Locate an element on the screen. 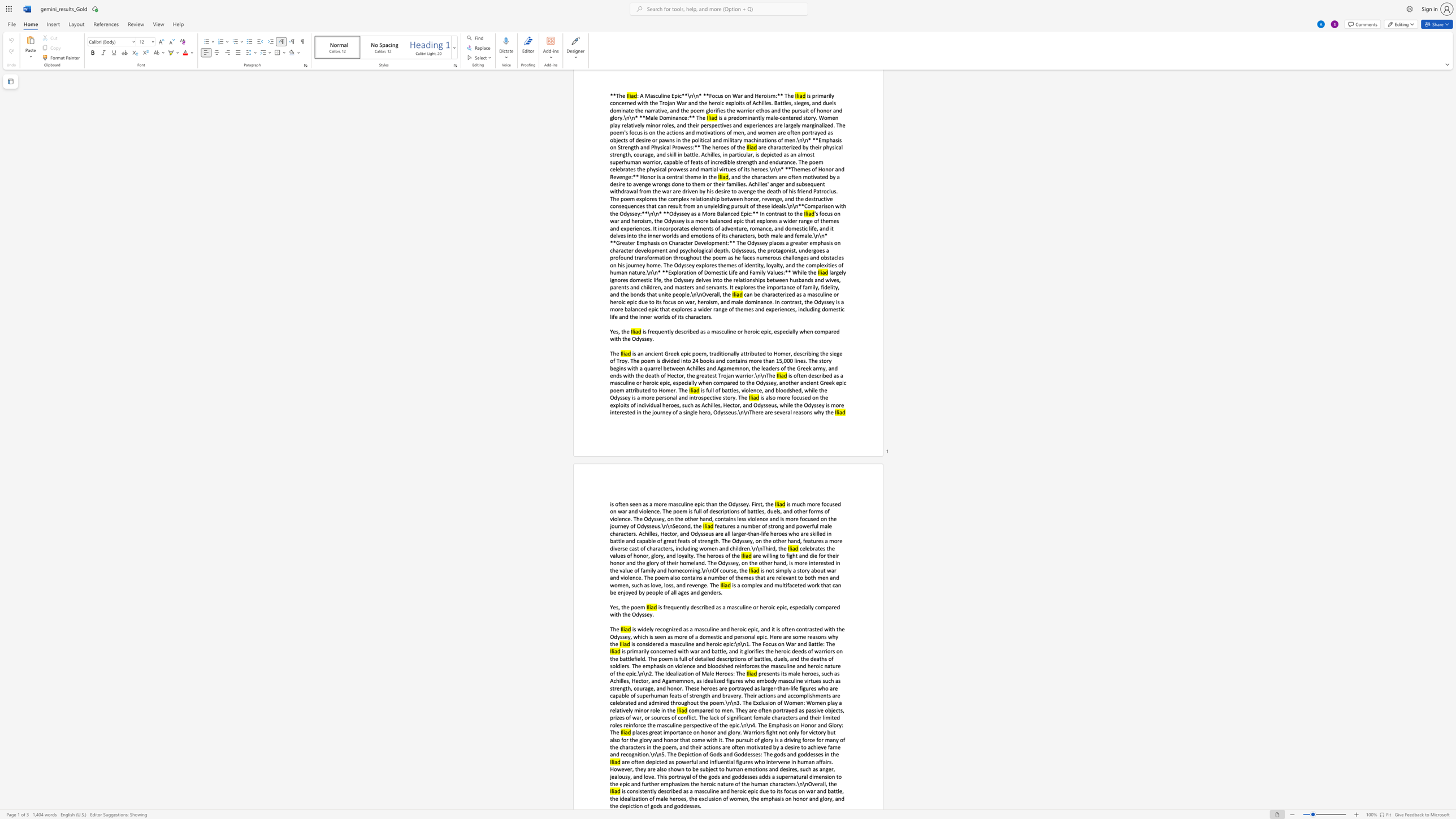 The height and width of the screenshot is (819, 1456). the subset text "pic due to its focus on war and battle, the idealization of male heroes, the exclusion of women, t" within the text "is consistently described as a masculine and heroic epic due to its focus on war and battle, the idealization of male heroes, the exclusion of women, the emphasis on honor and glory, and the depiction of gods and goddesses." is located at coordinates (751, 791).